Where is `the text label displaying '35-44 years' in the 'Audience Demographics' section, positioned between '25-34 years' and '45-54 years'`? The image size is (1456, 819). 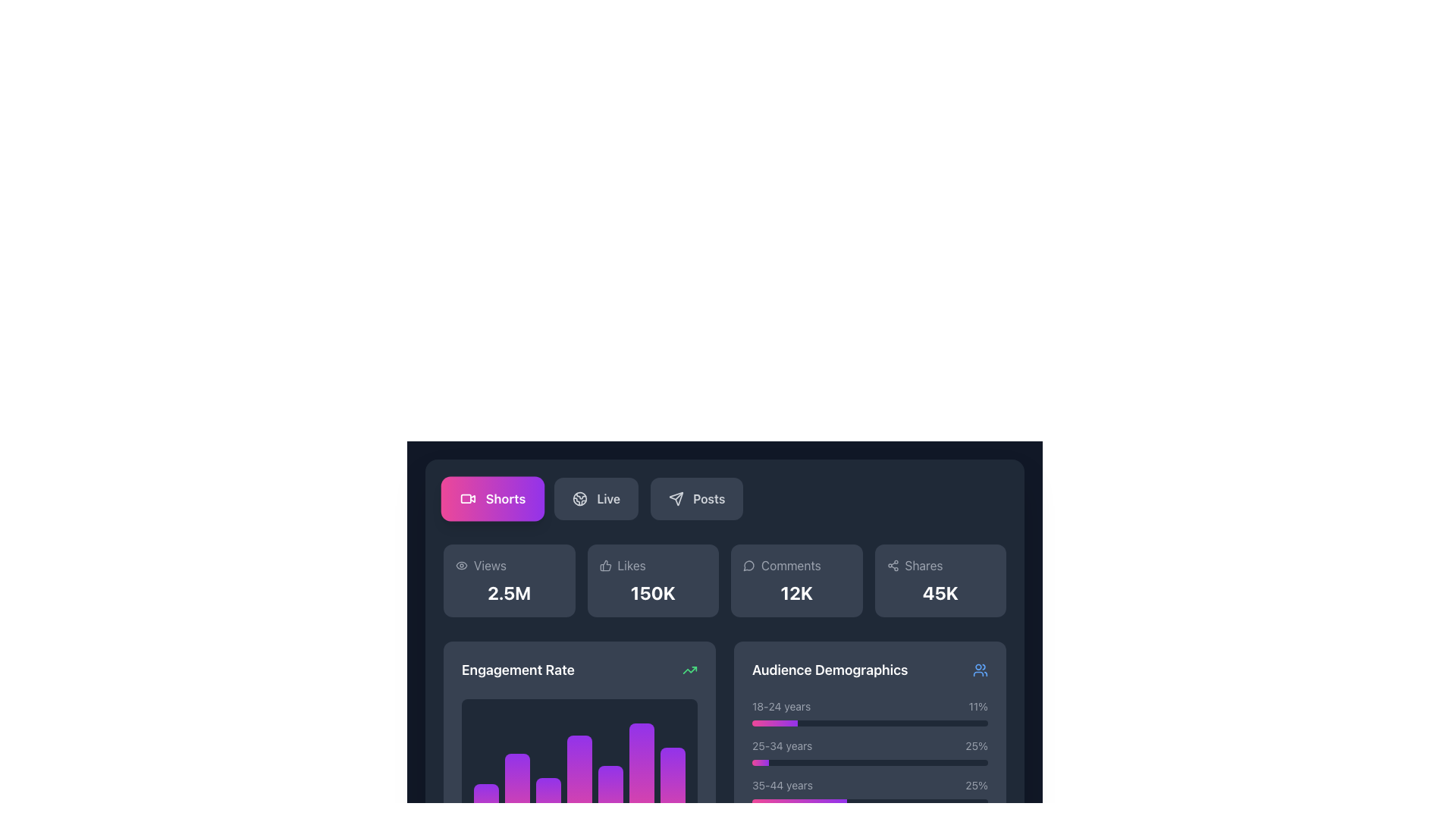 the text label displaying '35-44 years' in the 'Audience Demographics' section, positioned between '25-34 years' and '45-54 years' is located at coordinates (783, 785).